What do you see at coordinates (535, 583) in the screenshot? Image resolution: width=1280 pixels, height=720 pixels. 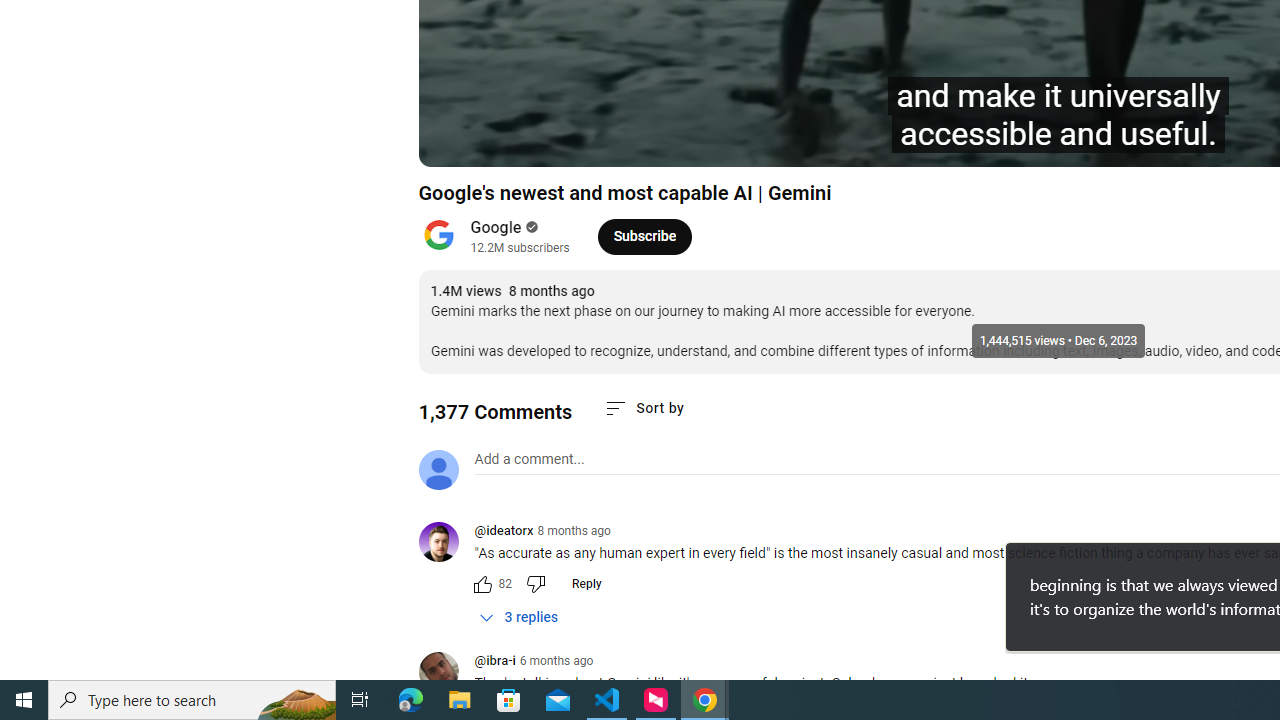 I see `'Dislike this comment'` at bounding box center [535, 583].